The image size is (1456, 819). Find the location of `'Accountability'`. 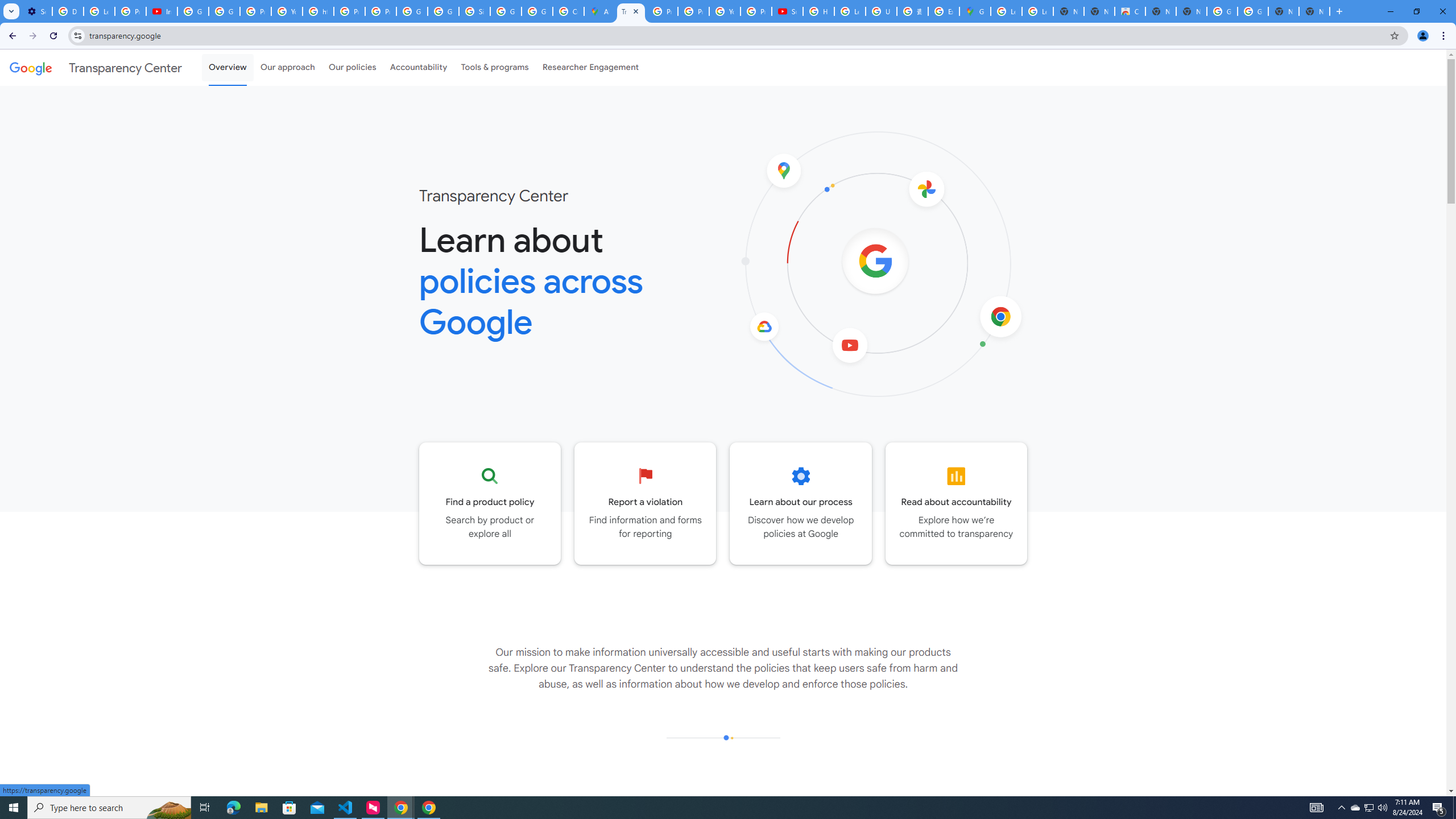

'Accountability' is located at coordinates (418, 67).